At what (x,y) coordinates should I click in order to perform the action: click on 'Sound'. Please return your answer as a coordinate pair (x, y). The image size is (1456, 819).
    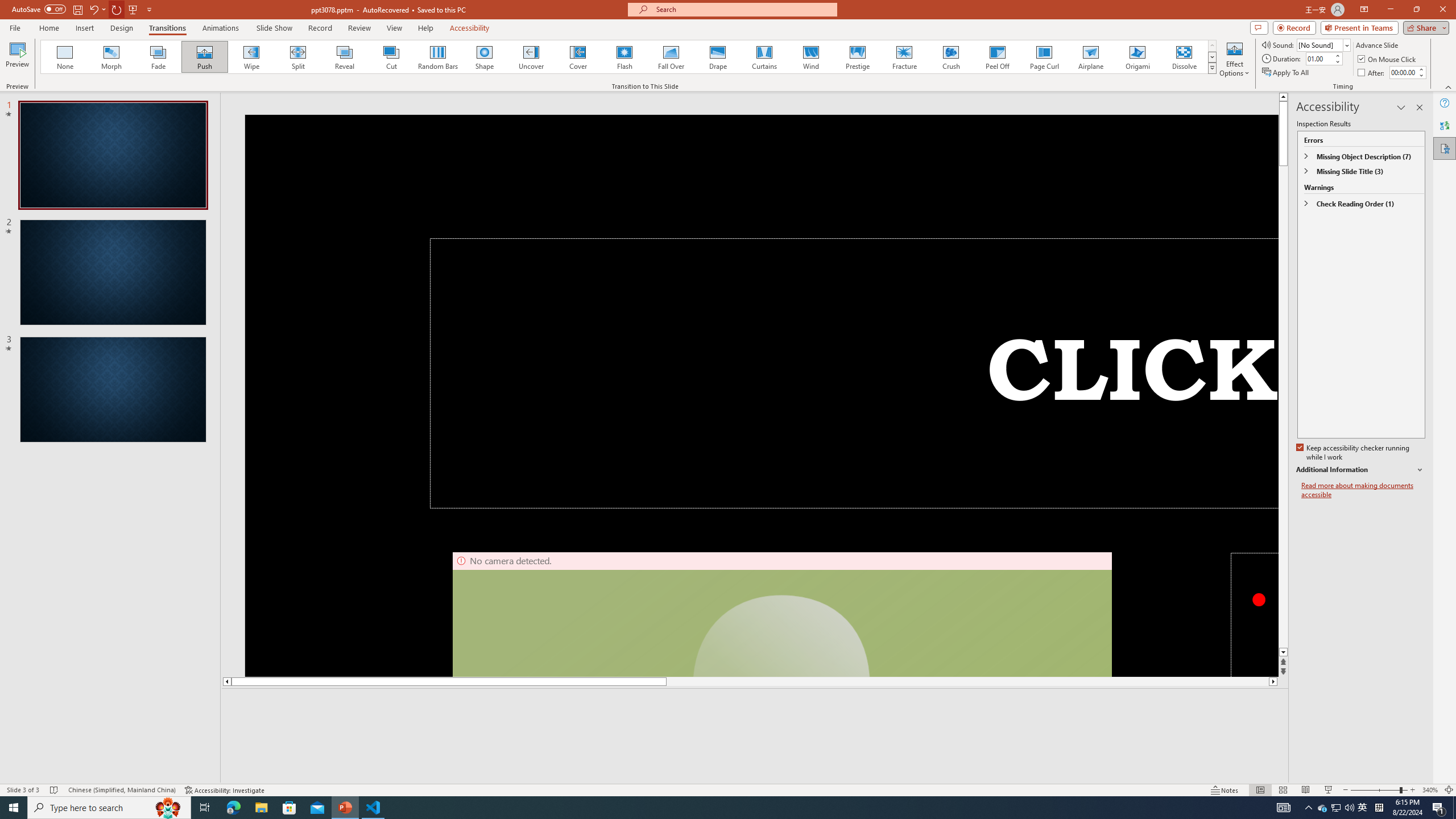
    Looking at the image, I should click on (1323, 44).